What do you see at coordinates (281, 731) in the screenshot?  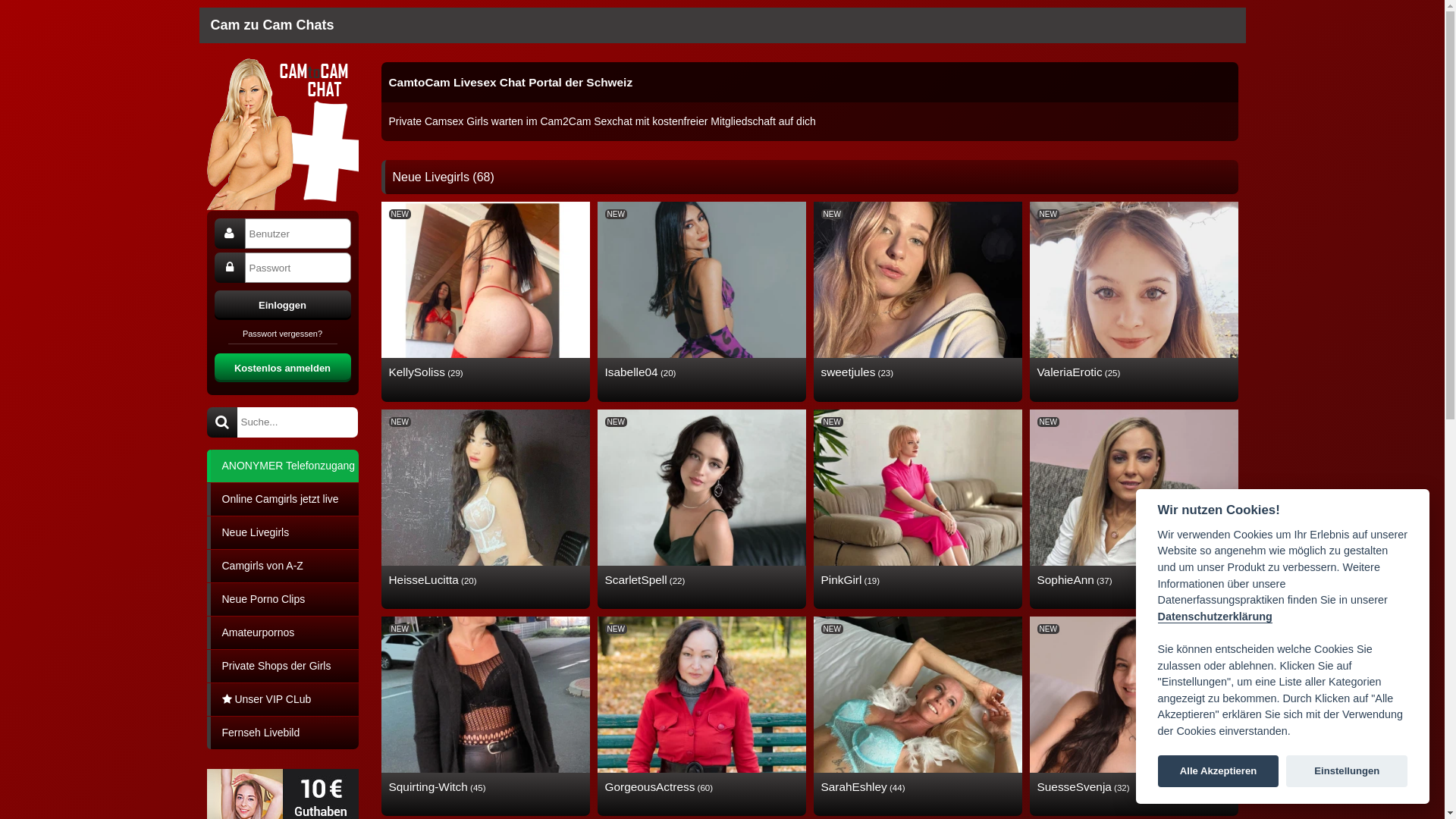 I see `'Fernseh Livebild'` at bounding box center [281, 731].